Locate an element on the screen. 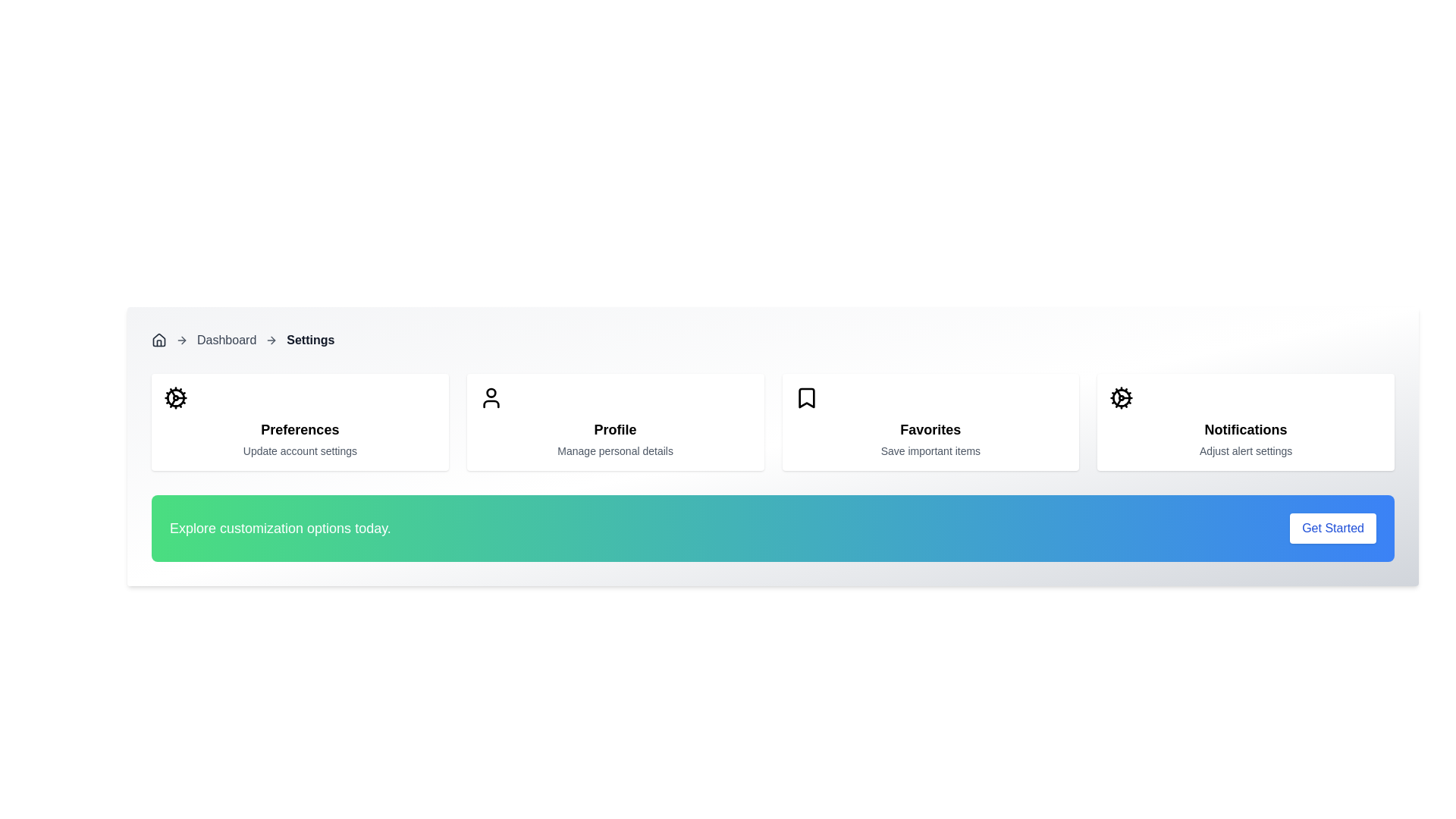  the decorative SVG Icon located in the top-left corner of the card that contains the texts 'Notifications' and 'Adjust alert settings' is located at coordinates (1122, 397).